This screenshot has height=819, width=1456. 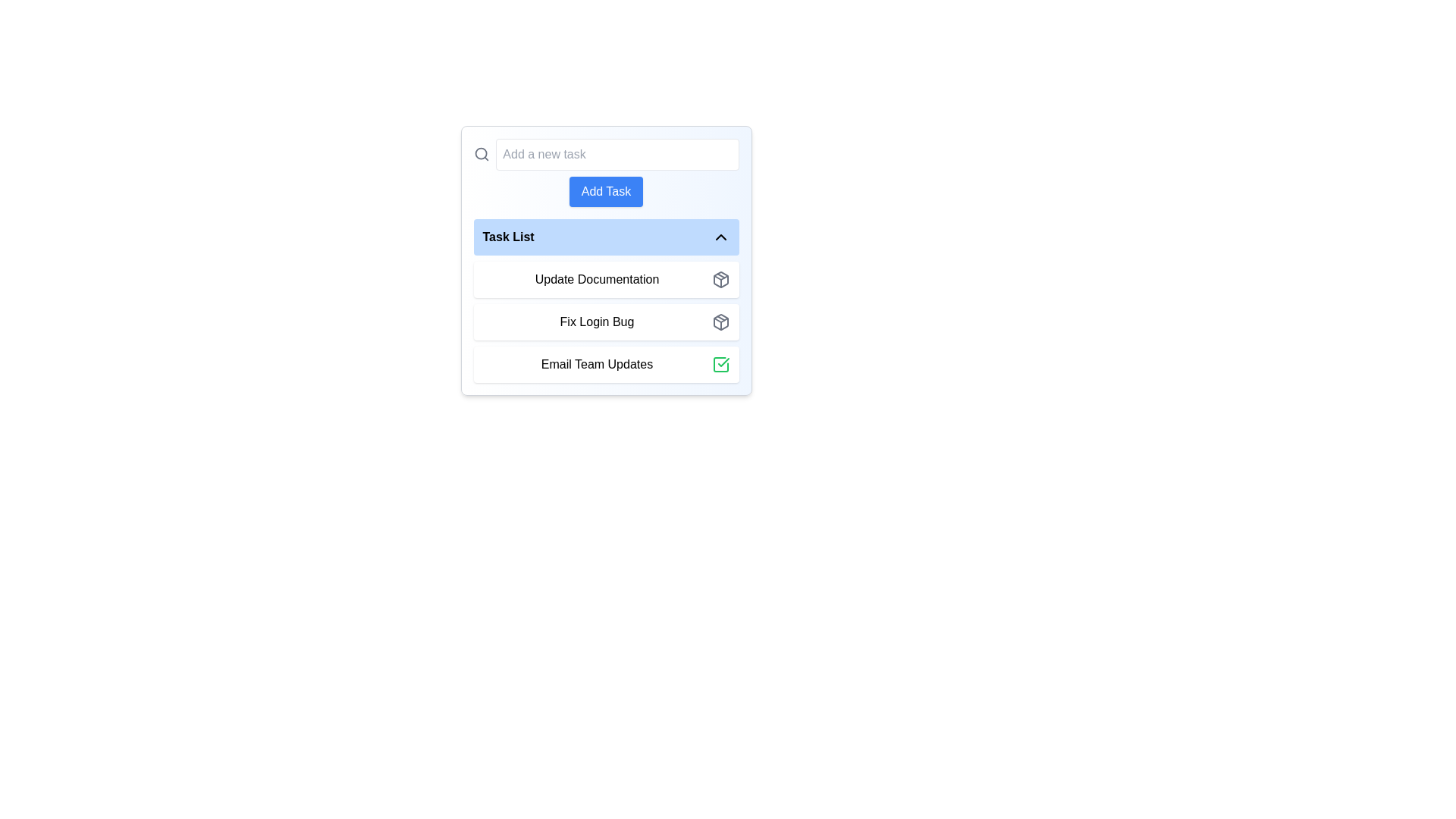 I want to click on the green checkbox with a checkmark located at the far right end of the 'Email Team Updates' row in the 'Task List' section, so click(x=720, y=365).